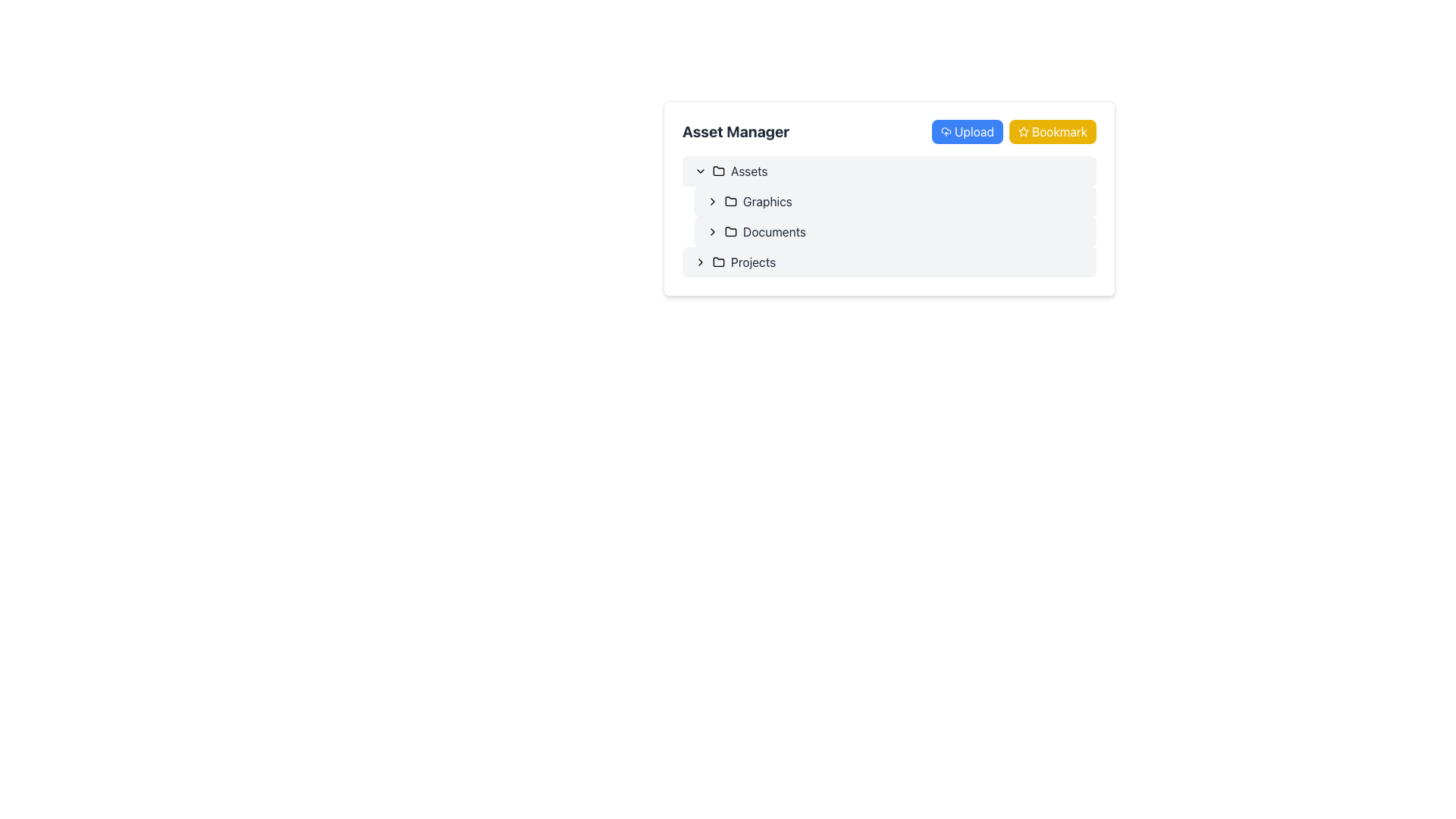 Image resolution: width=1456 pixels, height=819 pixels. What do you see at coordinates (749, 171) in the screenshot?
I see `text label 'Assets' located in the navigation menu beside a folder icon, positioned above submenus such as 'Graphics', 'Documents', and 'Projects'` at bounding box center [749, 171].